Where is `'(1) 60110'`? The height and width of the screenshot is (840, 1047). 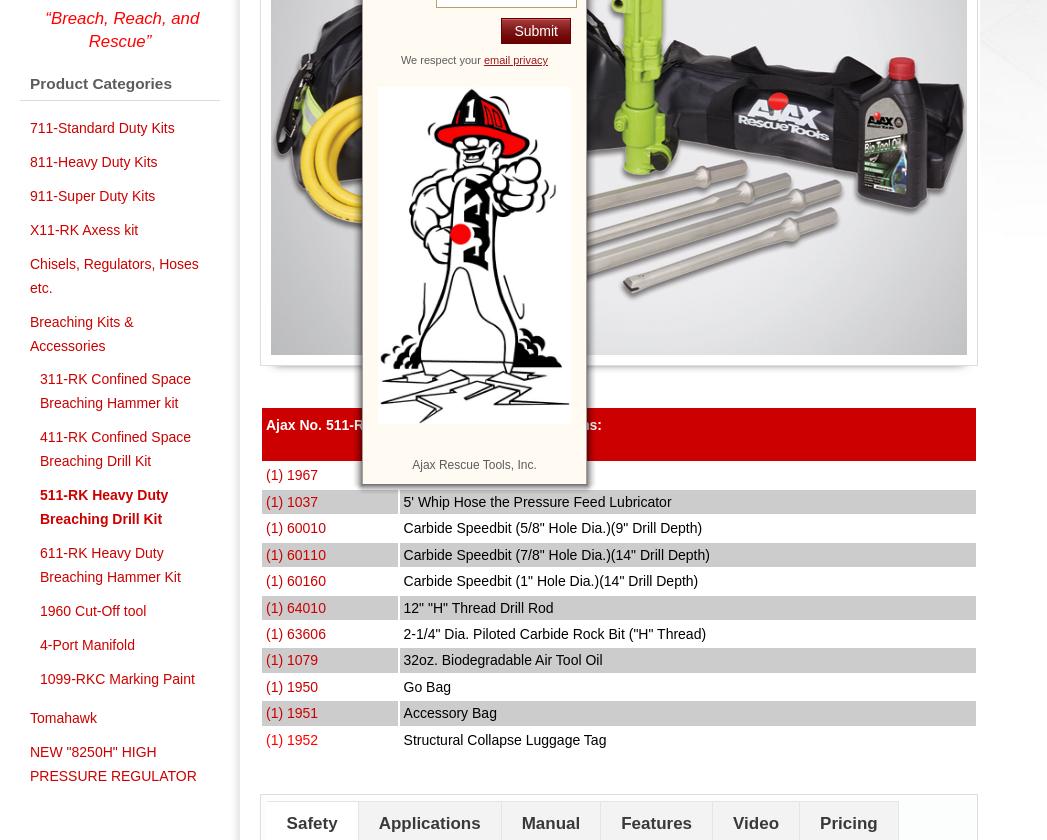 '(1) 60110' is located at coordinates (294, 553).